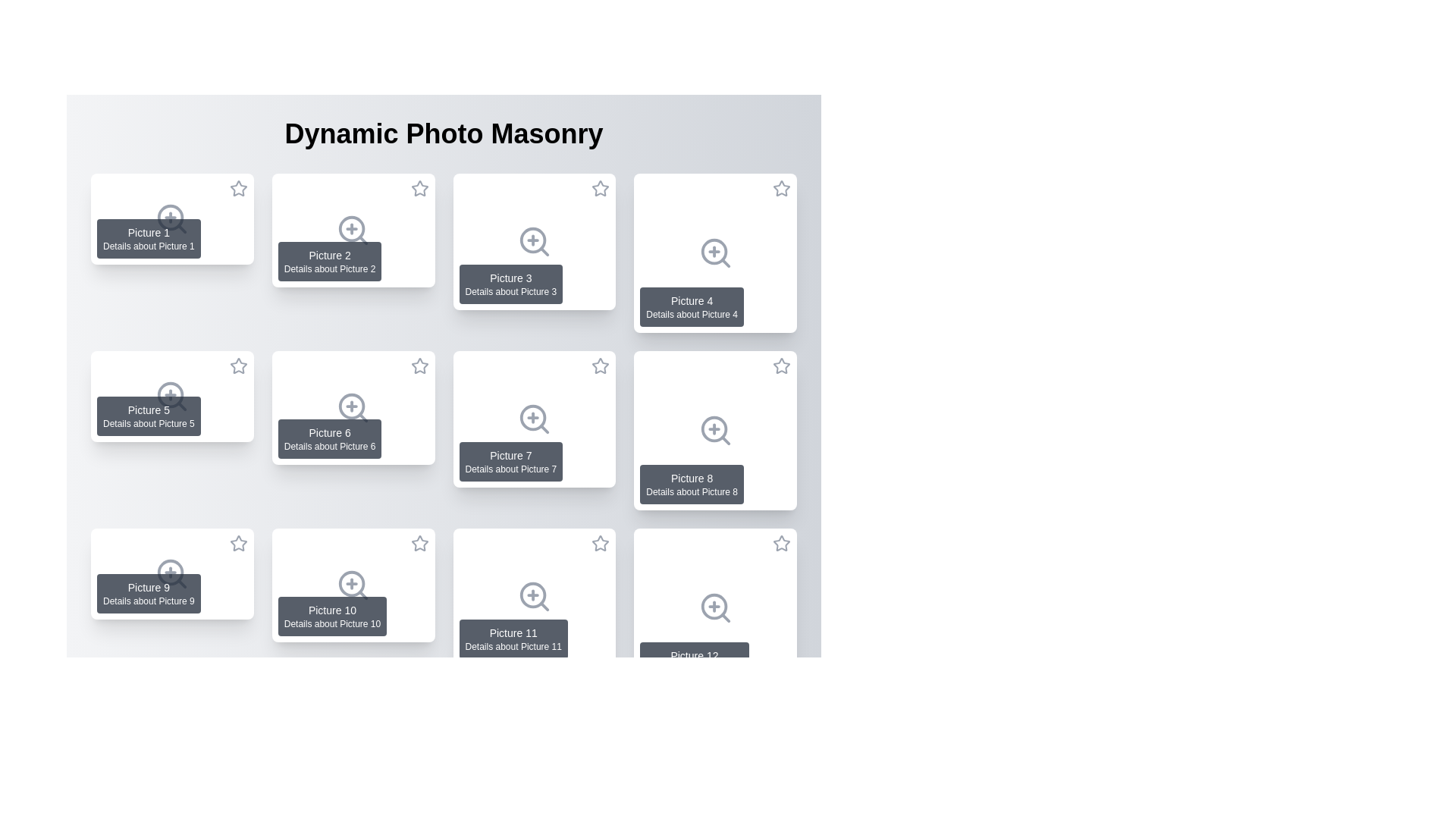 Image resolution: width=1456 pixels, height=819 pixels. Describe the element at coordinates (149, 239) in the screenshot. I see `the Text information label displaying 'Picture 1' with details about it, located at the bottom-left corner of the first item in the grid layout` at that location.